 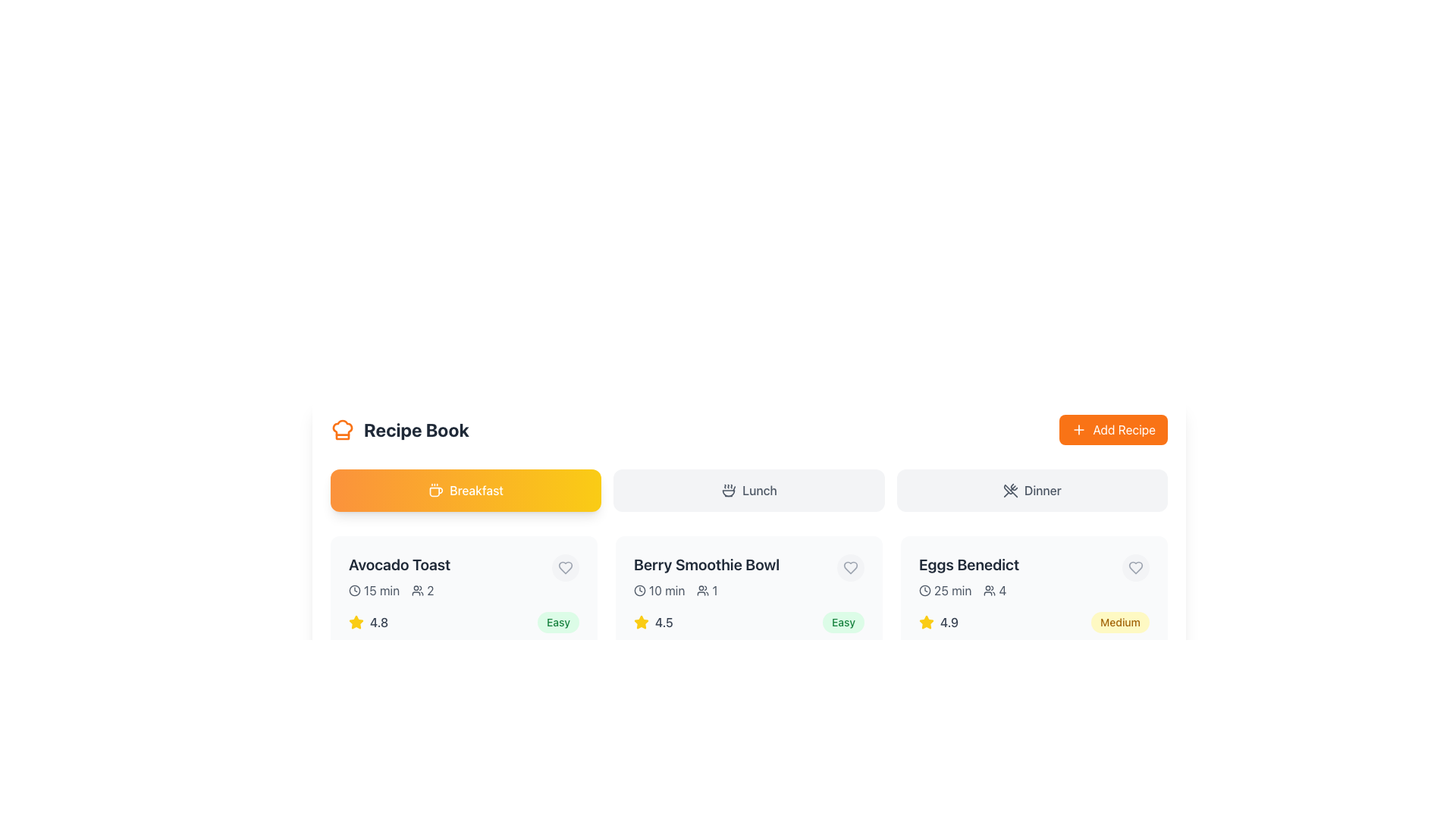 What do you see at coordinates (995, 590) in the screenshot?
I see `the number indicating servings for the 'Eggs Benedict' recipe, which is located in the third panel below the 'Dinner' tab, following the '25 min' label` at bounding box center [995, 590].